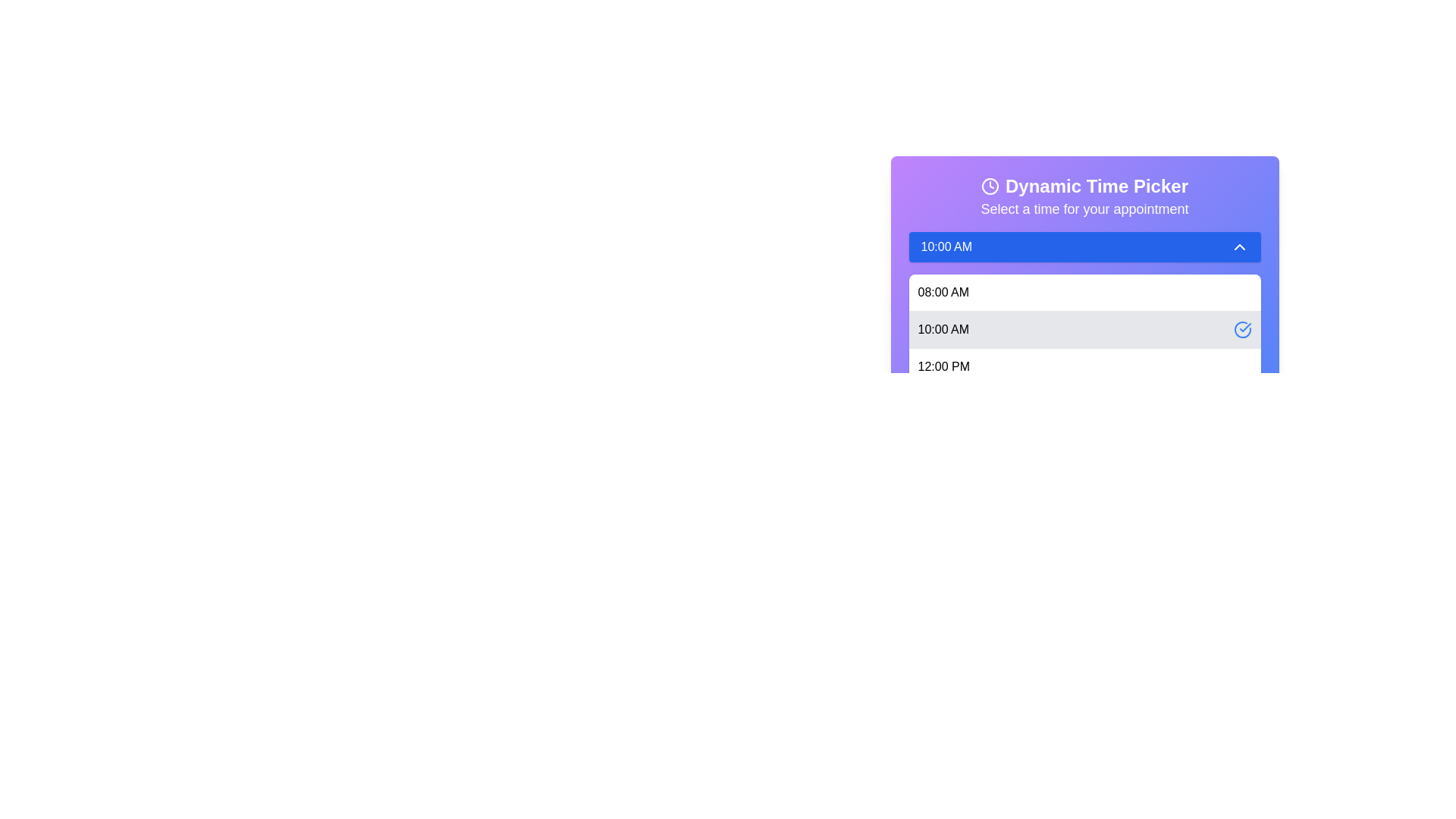  Describe the element at coordinates (943, 329) in the screenshot. I see `the '10:00 AM' option in the dropdown list` at that location.